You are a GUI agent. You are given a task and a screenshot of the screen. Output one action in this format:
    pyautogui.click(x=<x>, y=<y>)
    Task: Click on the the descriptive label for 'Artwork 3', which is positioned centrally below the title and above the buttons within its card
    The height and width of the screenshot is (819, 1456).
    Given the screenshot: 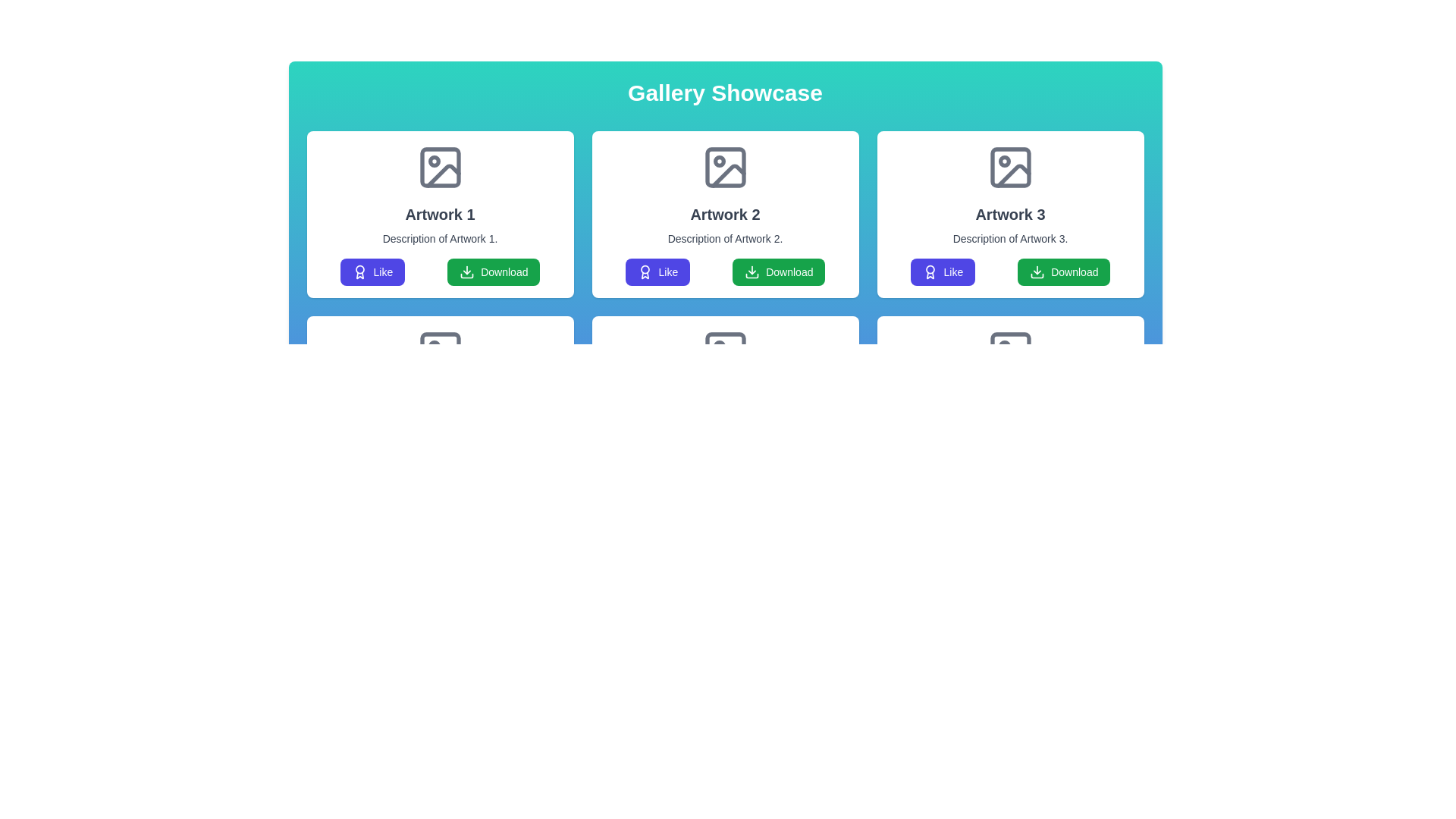 What is the action you would take?
    pyautogui.click(x=1010, y=239)
    